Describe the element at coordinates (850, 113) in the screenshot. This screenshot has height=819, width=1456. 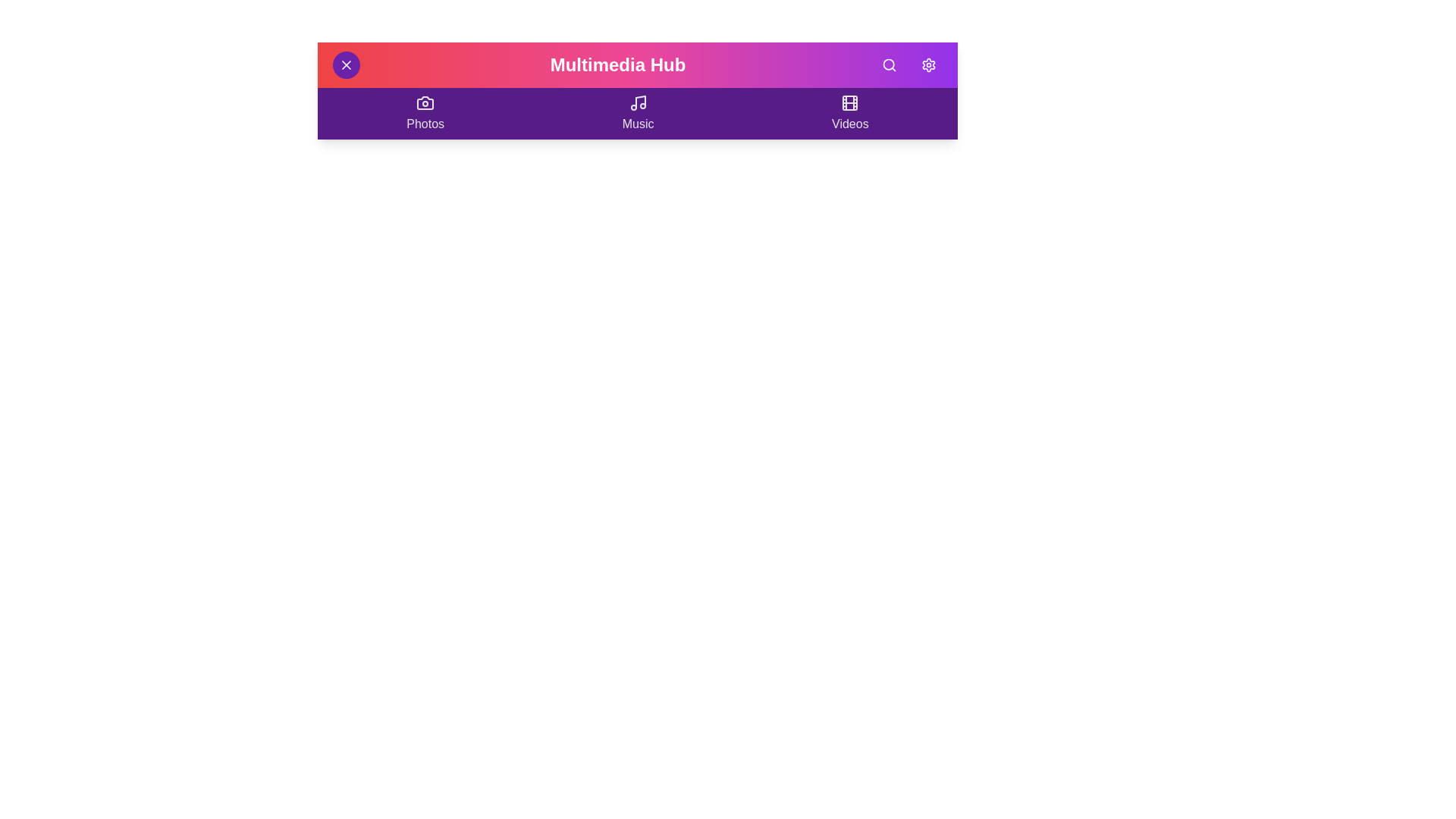
I see `the 'Videos' section to navigate to it` at that location.